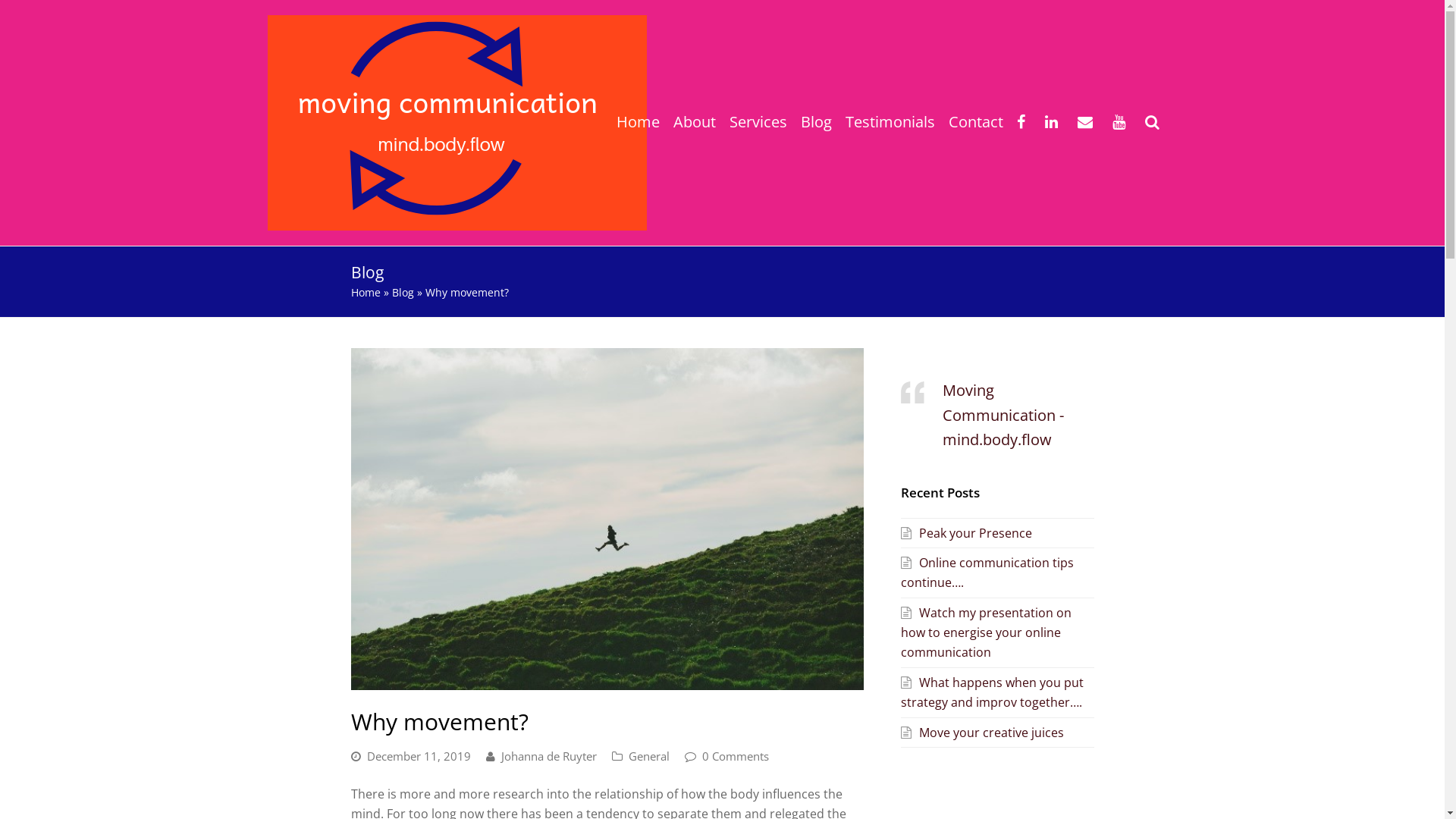  Describe the element at coordinates (814, 122) in the screenshot. I see `'Blog'` at that location.